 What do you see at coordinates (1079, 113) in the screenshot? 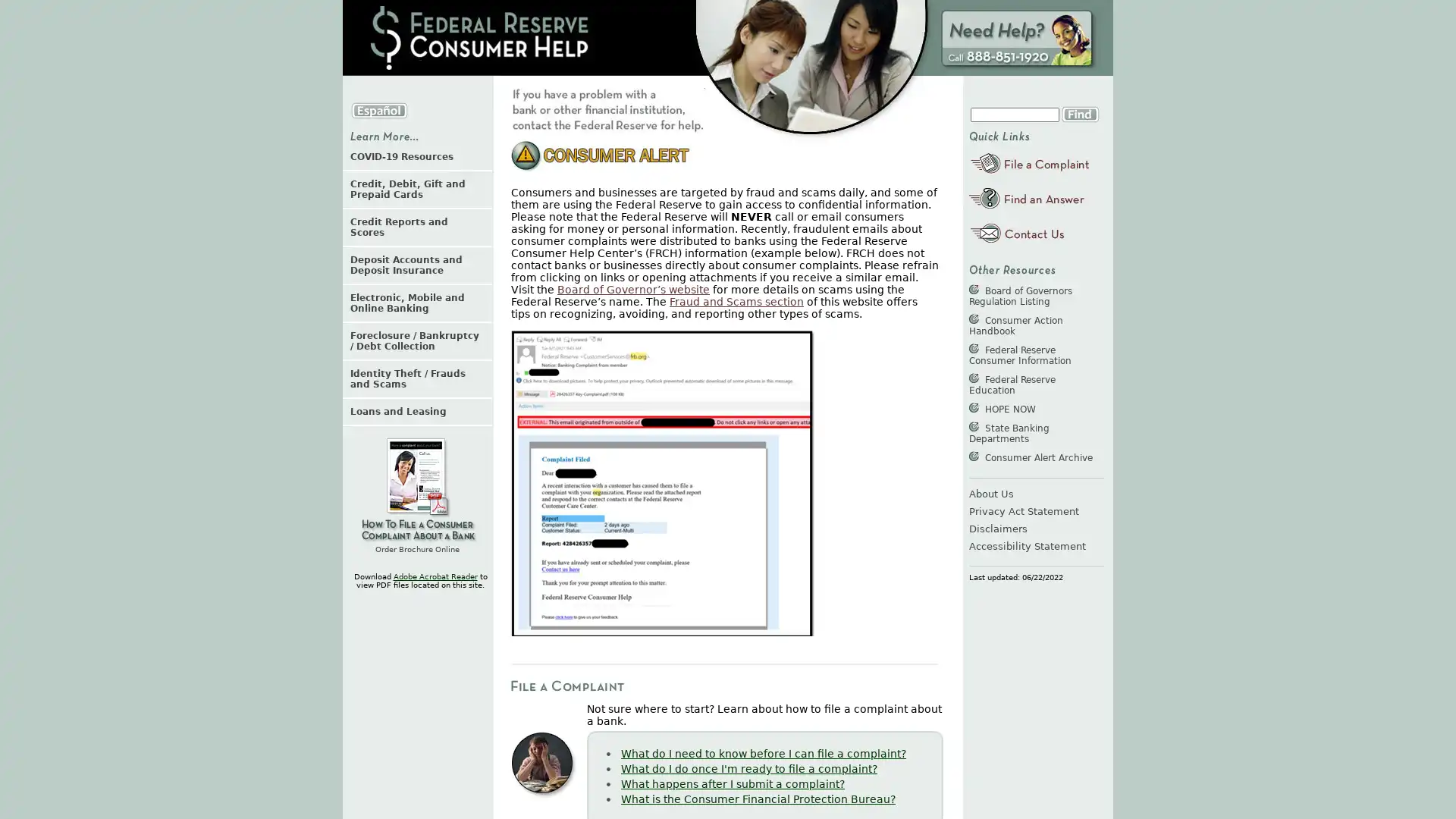
I see `Find` at bounding box center [1079, 113].